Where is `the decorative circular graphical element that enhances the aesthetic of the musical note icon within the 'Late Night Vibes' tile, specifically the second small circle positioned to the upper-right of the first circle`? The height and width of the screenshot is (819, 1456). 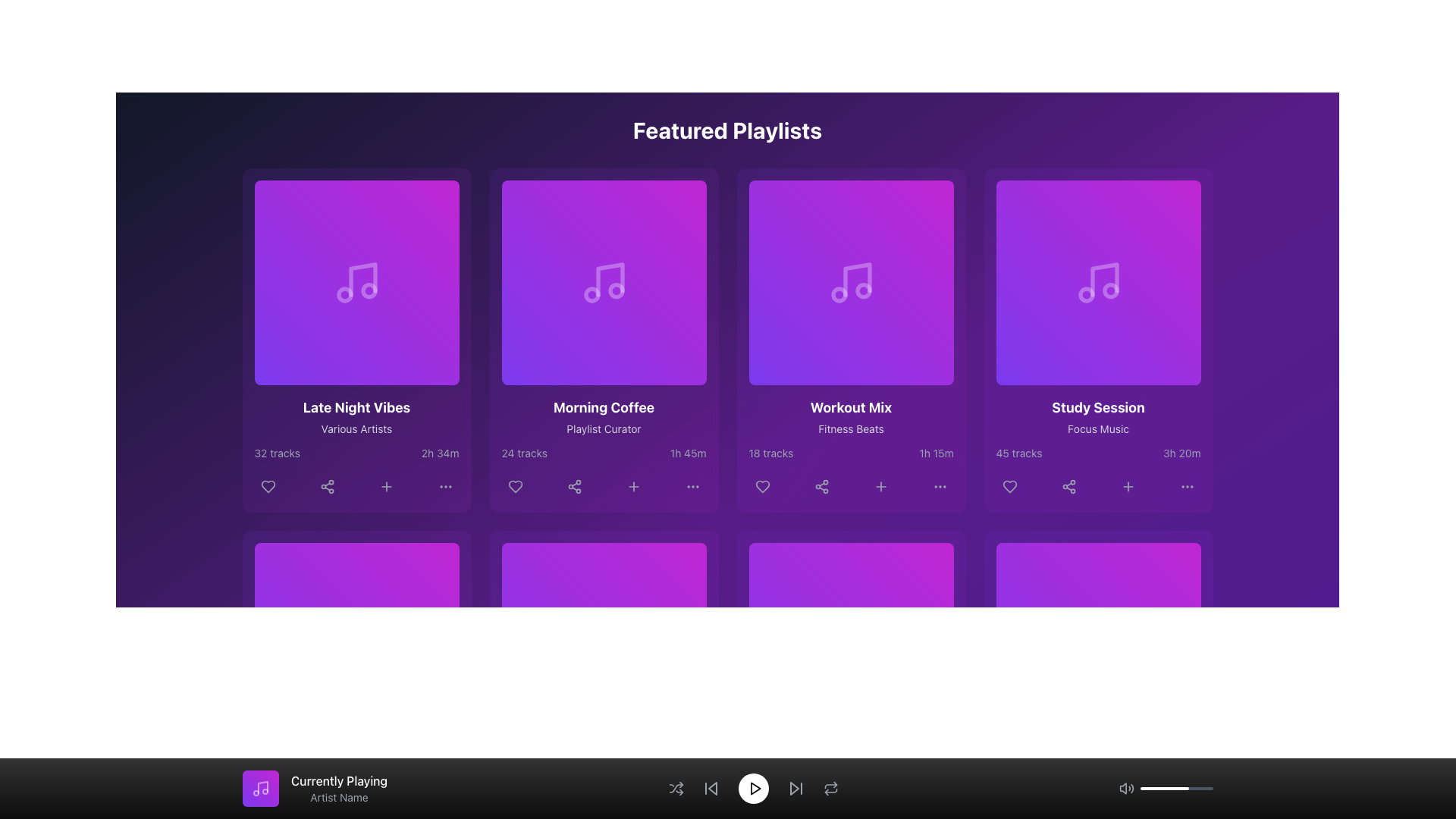
the decorative circular graphical element that enhances the aesthetic of the musical note icon within the 'Late Night Vibes' tile, specifically the second small circle positioned to the upper-right of the first circle is located at coordinates (369, 290).